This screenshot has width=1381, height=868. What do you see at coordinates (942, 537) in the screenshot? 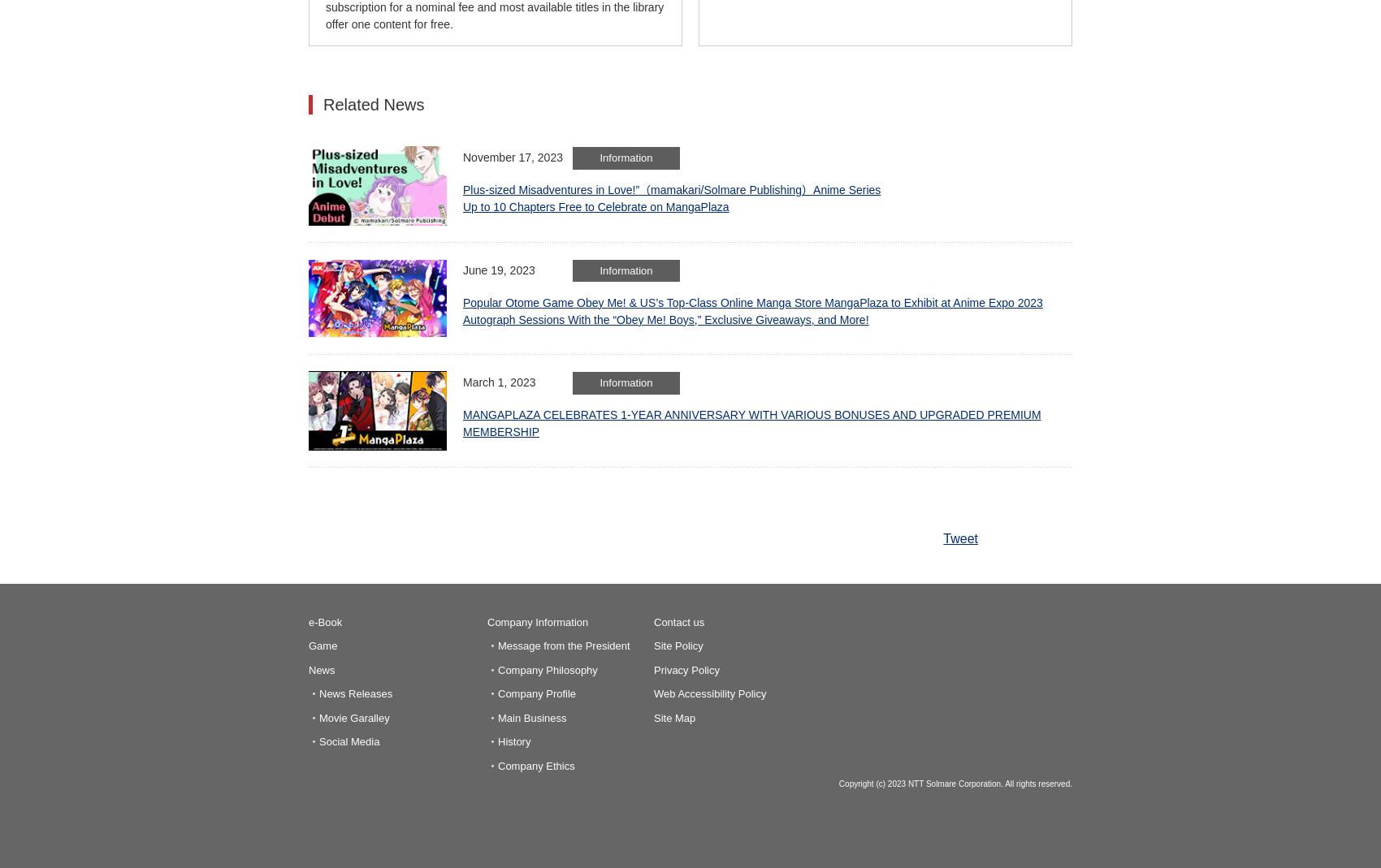
I see `'Tweet'` at bounding box center [942, 537].